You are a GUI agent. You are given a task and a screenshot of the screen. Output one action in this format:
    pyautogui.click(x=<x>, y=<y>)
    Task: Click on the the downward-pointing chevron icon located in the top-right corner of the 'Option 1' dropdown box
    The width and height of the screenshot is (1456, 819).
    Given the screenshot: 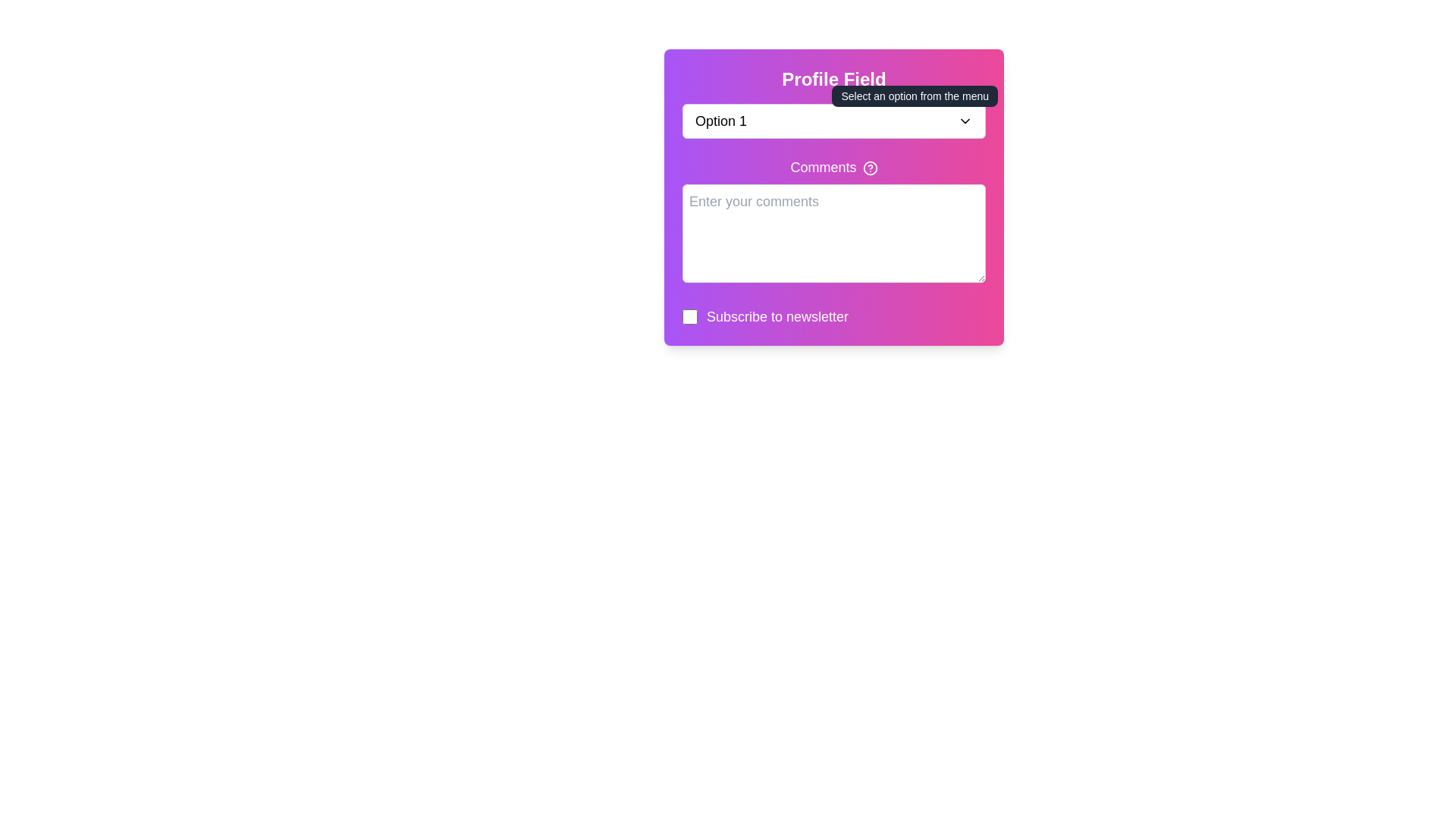 What is the action you would take?
    pyautogui.click(x=964, y=120)
    